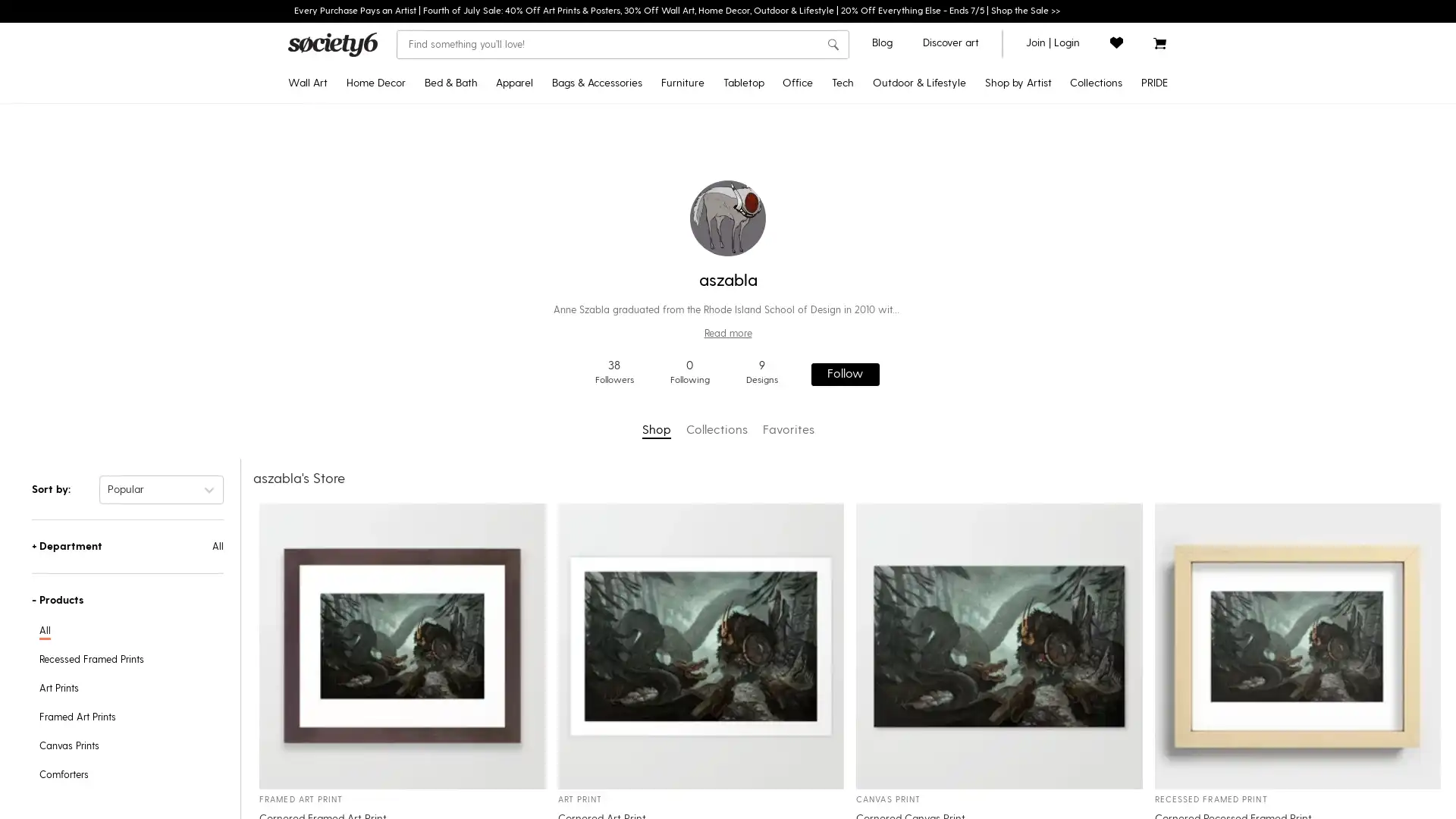  Describe the element at coordinates (1094, 146) in the screenshot. I see `Discover LGBTQIA+ Artists` at that location.